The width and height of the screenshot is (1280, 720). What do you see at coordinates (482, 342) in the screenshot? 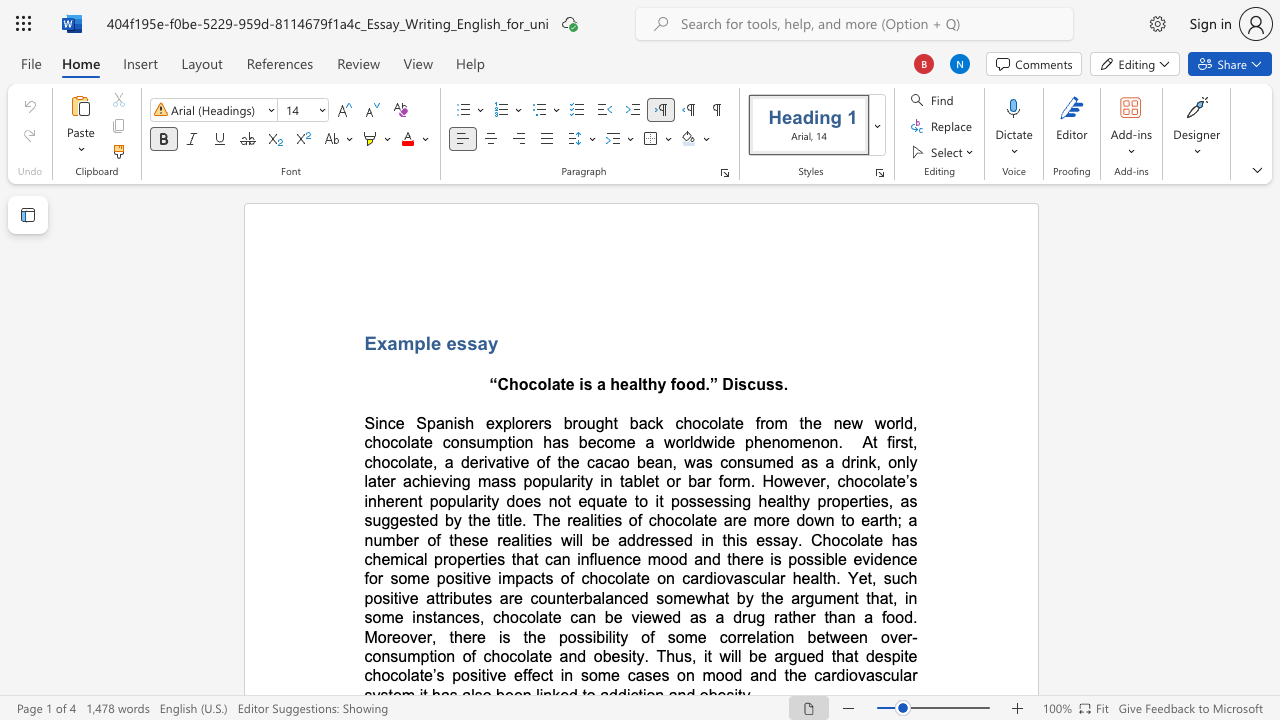
I see `the 2th character "a" in the text` at bounding box center [482, 342].